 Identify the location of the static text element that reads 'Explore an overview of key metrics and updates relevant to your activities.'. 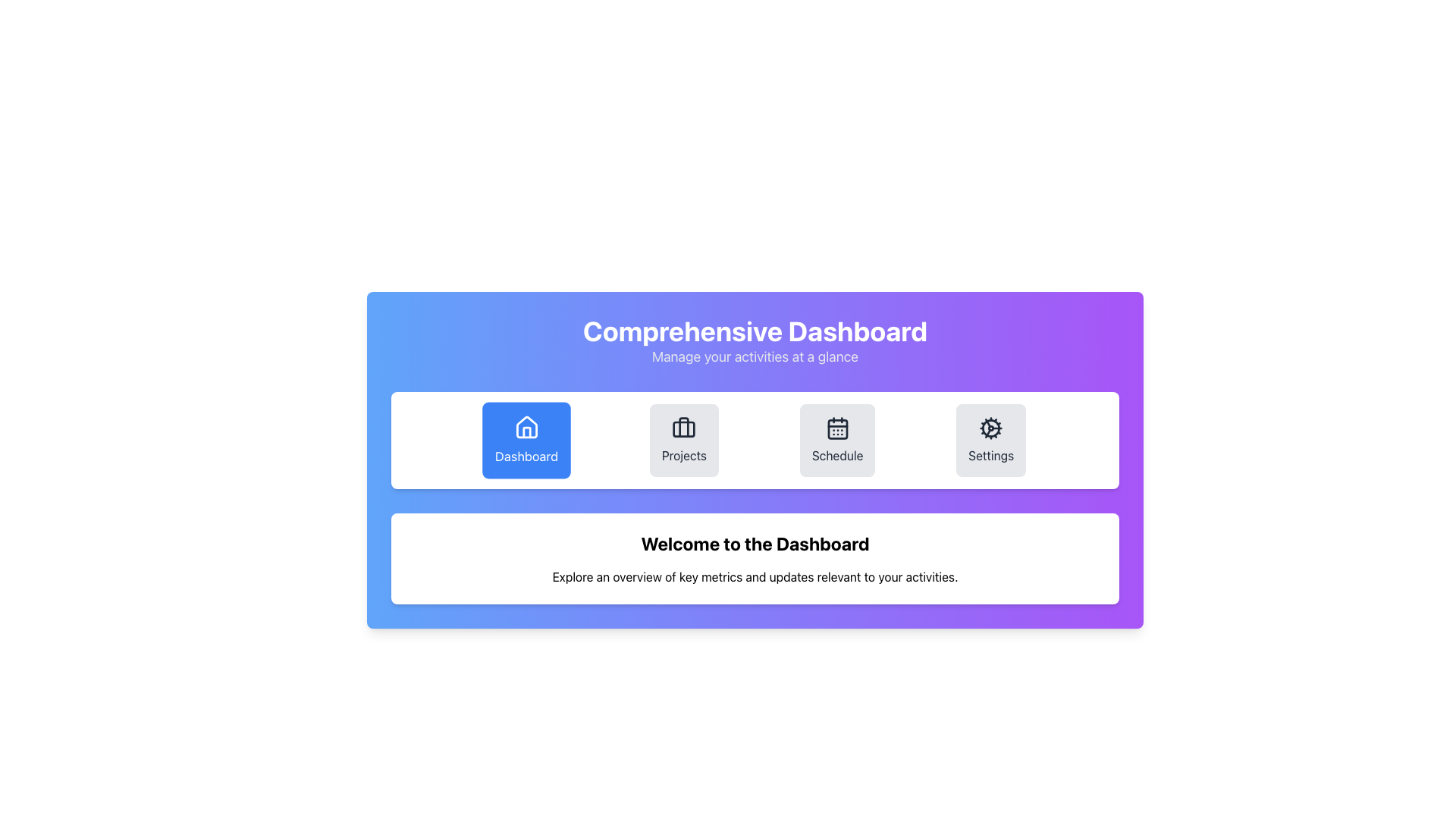
(755, 576).